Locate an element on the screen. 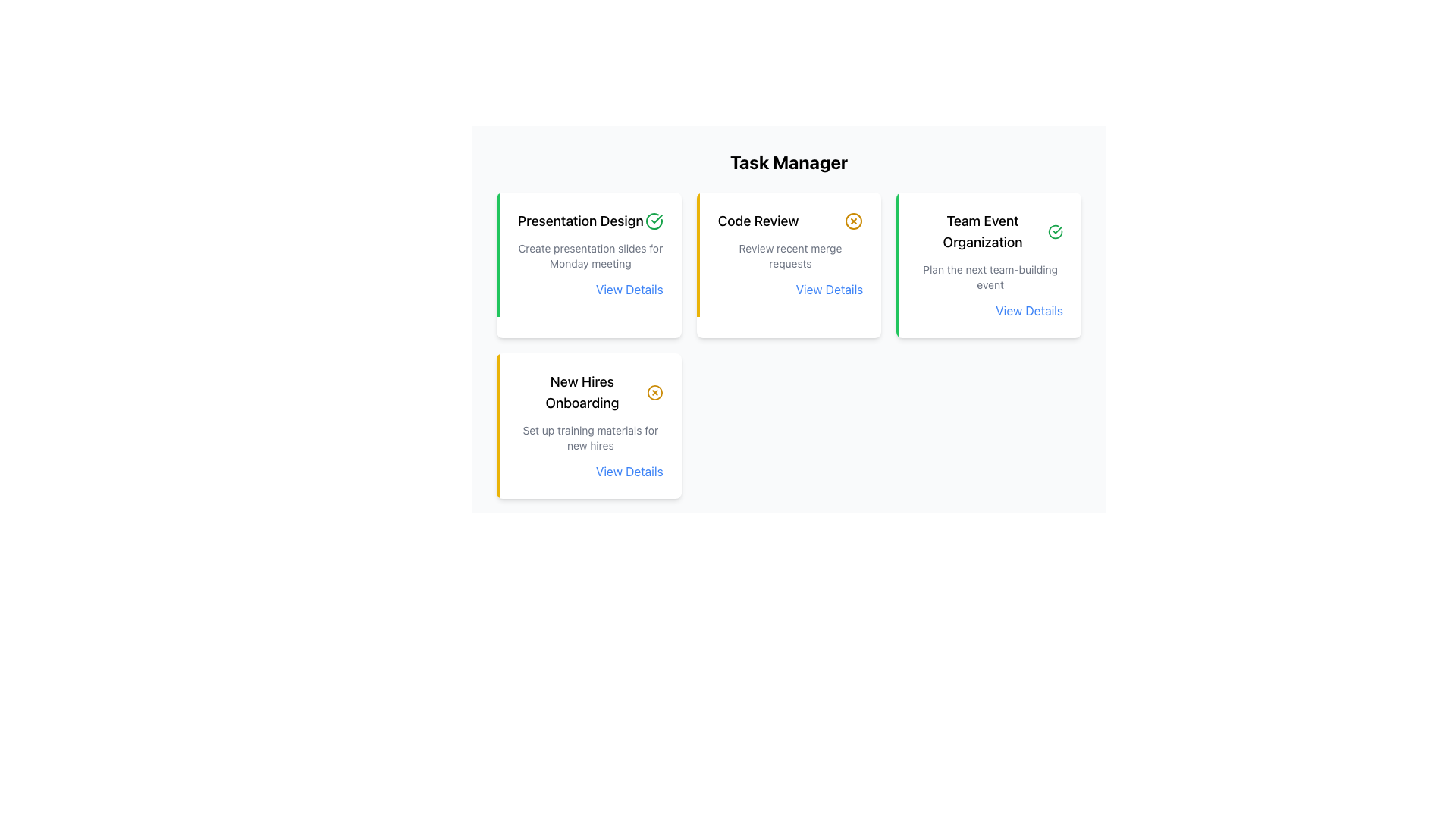 Image resolution: width=1456 pixels, height=819 pixels. the hyperlink located in the lower-right area of the 'Code Review' card is located at coordinates (829, 289).